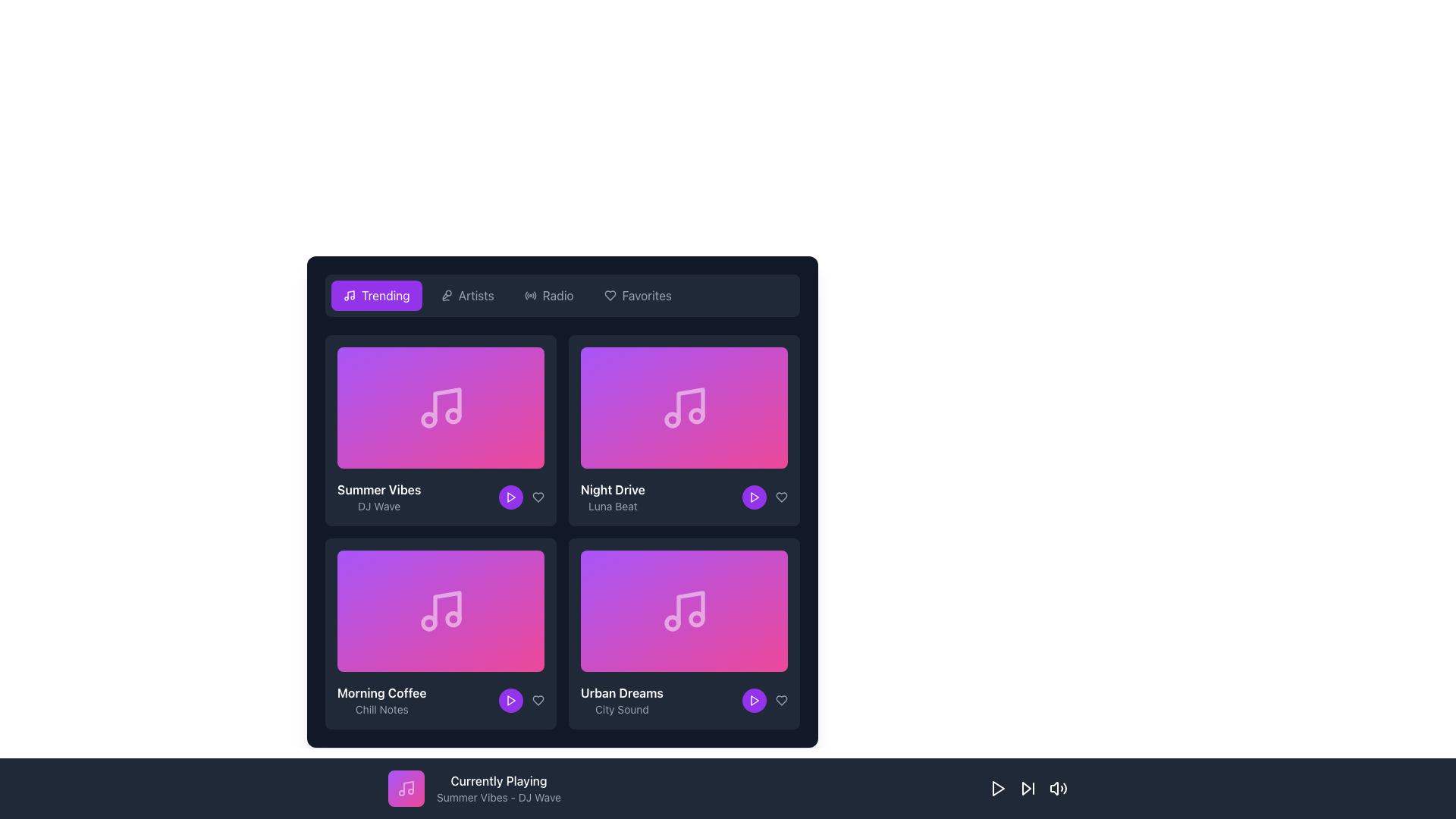  I want to click on the 'Trending' text label located in the top-left corner of the main navigation bar, immediately to the right of the music icon, so click(385, 295).